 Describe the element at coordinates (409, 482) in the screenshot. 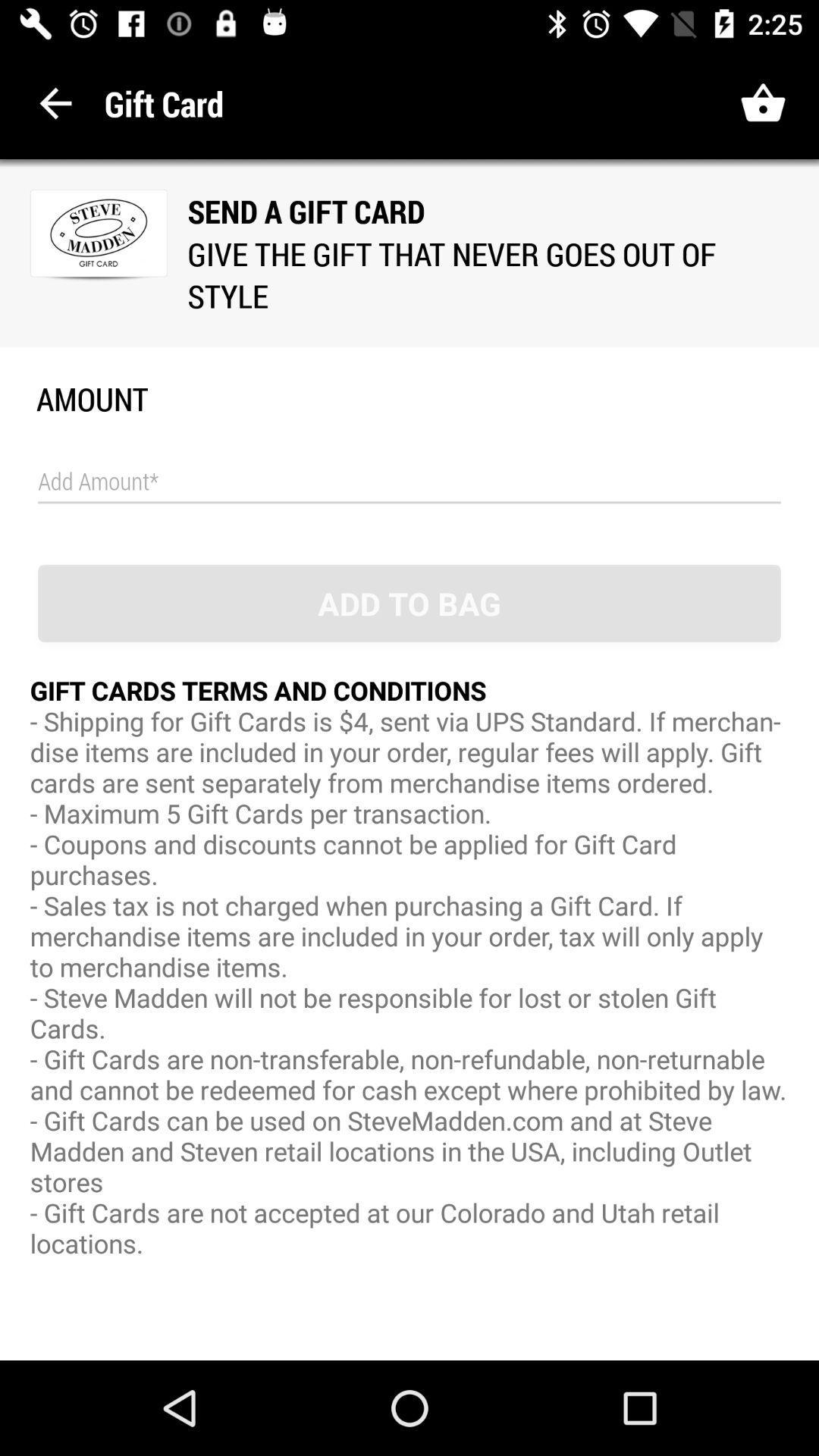

I see `the item above the add to bag icon` at that location.